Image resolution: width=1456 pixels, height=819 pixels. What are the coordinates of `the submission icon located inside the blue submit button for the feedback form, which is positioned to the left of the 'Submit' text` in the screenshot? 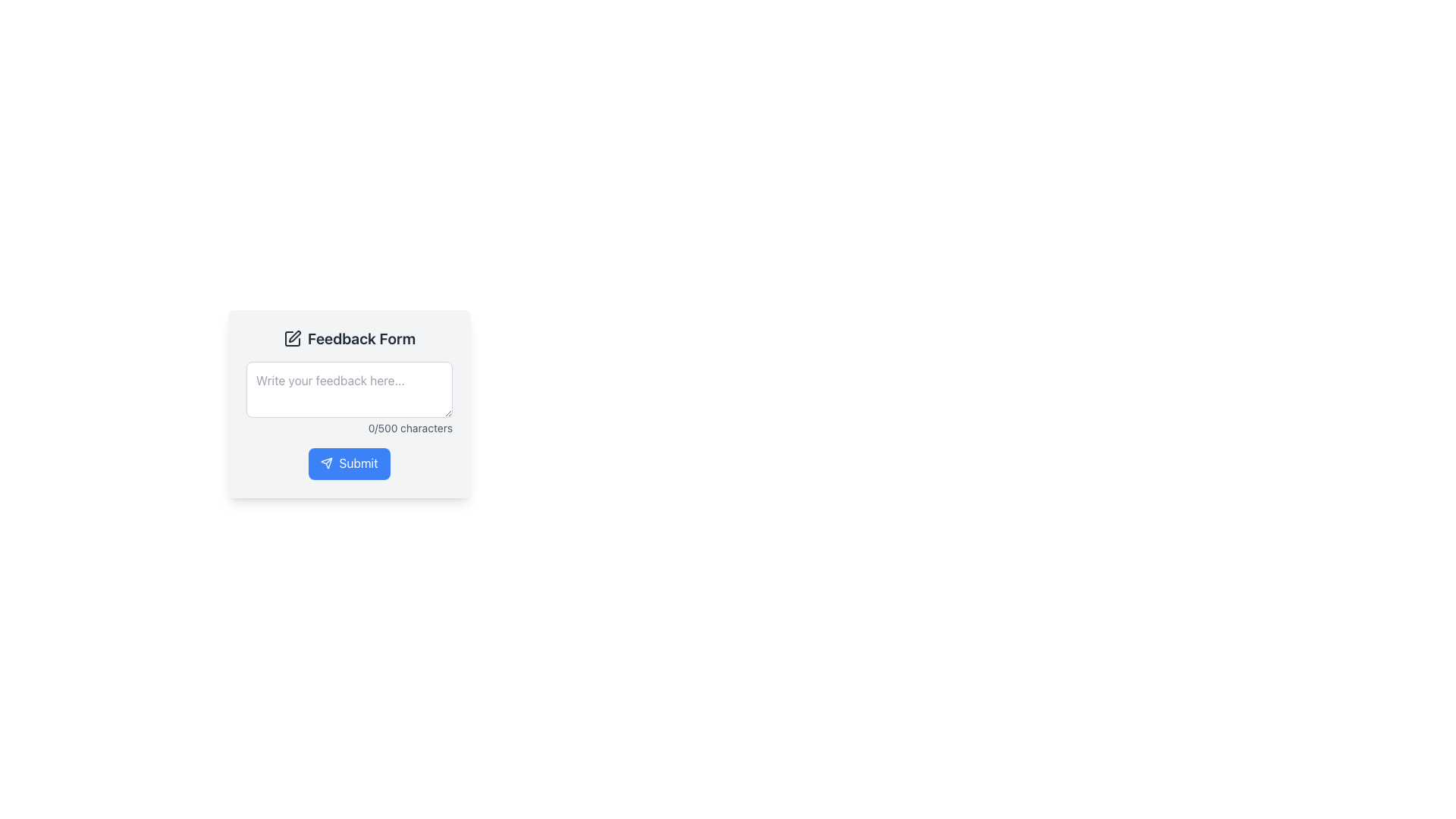 It's located at (326, 462).